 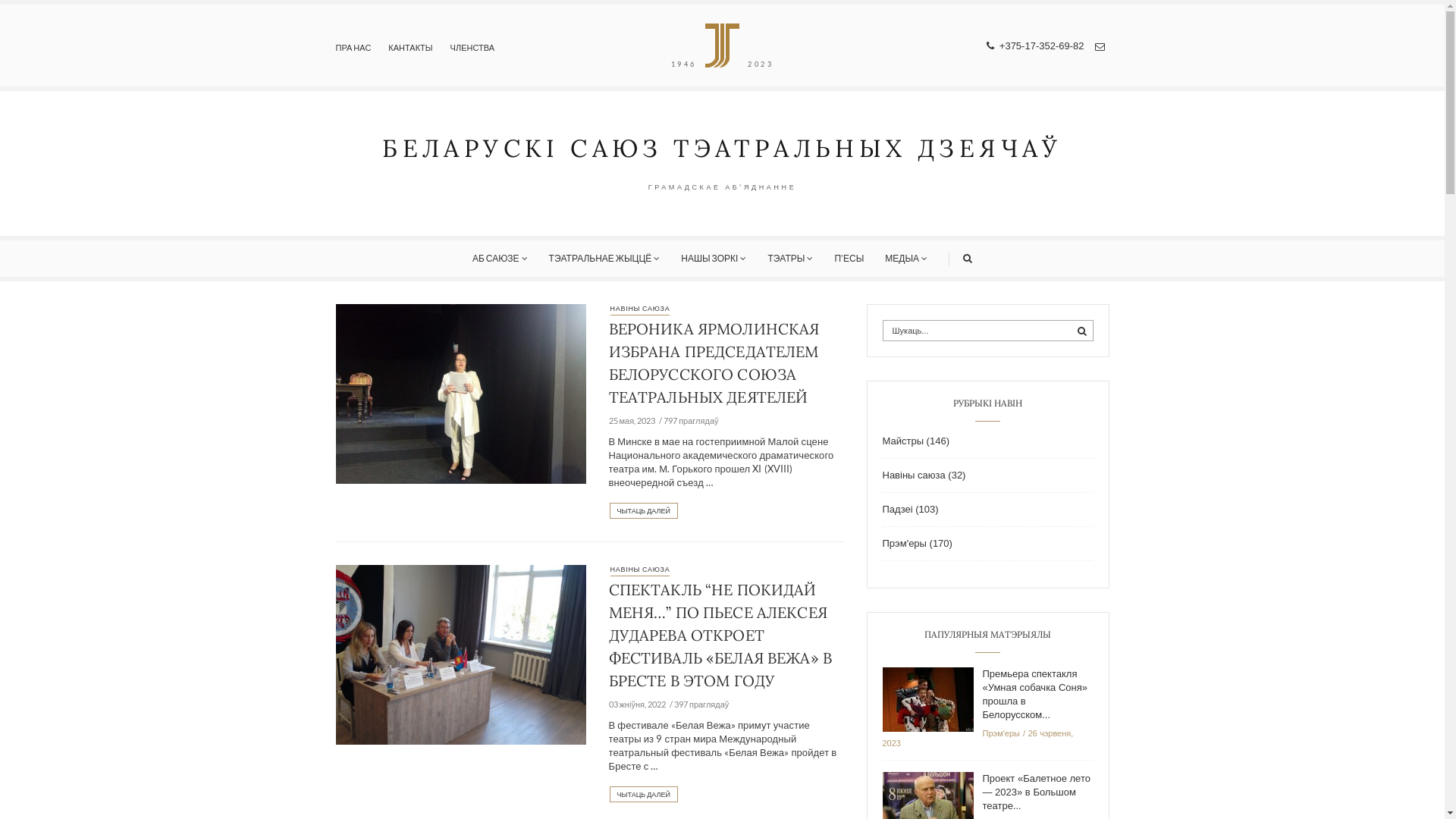 What do you see at coordinates (986, 45) in the screenshot?
I see `'  +375-17-352-69-82'` at bounding box center [986, 45].